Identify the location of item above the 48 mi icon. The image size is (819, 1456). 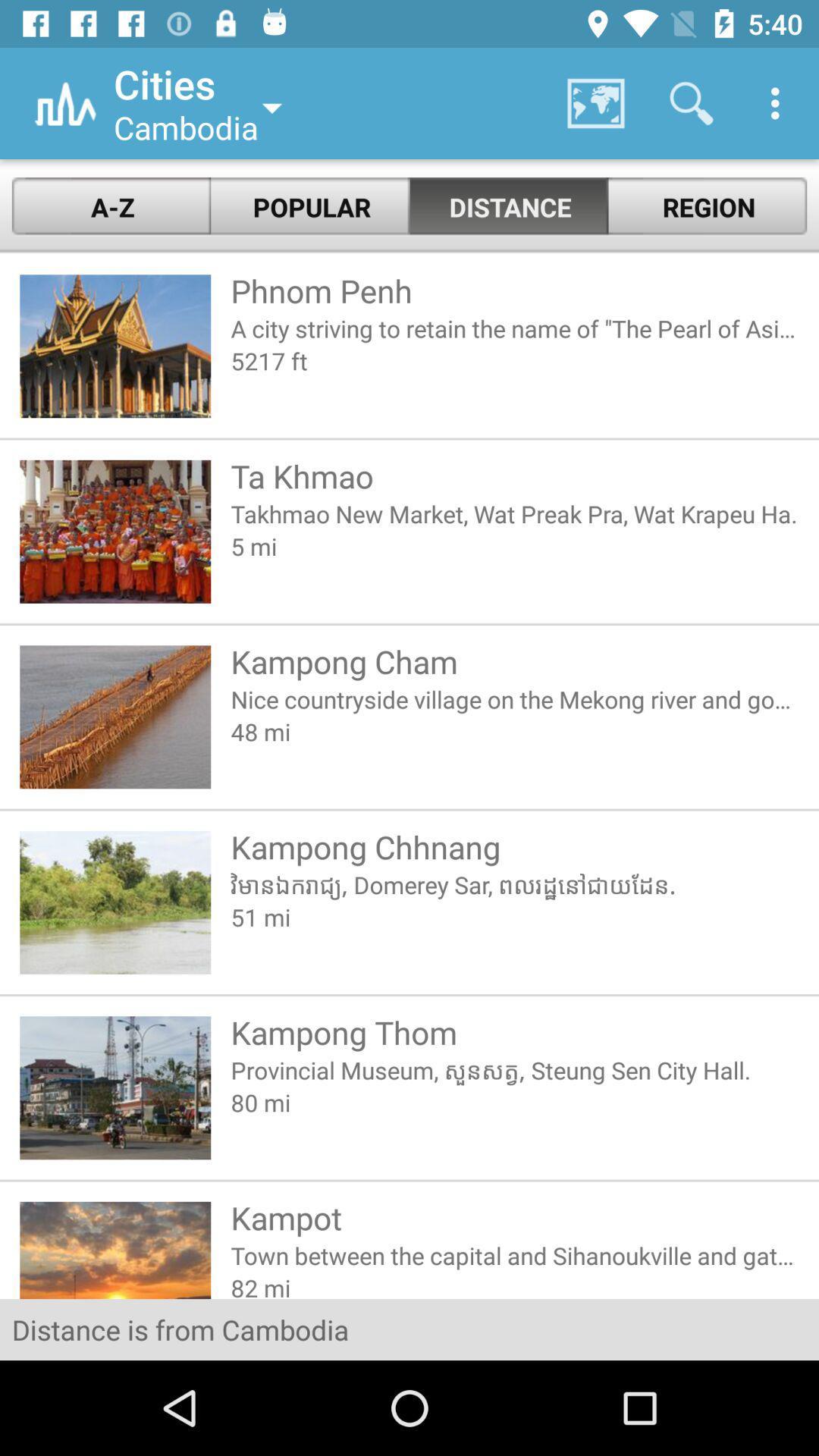
(514, 698).